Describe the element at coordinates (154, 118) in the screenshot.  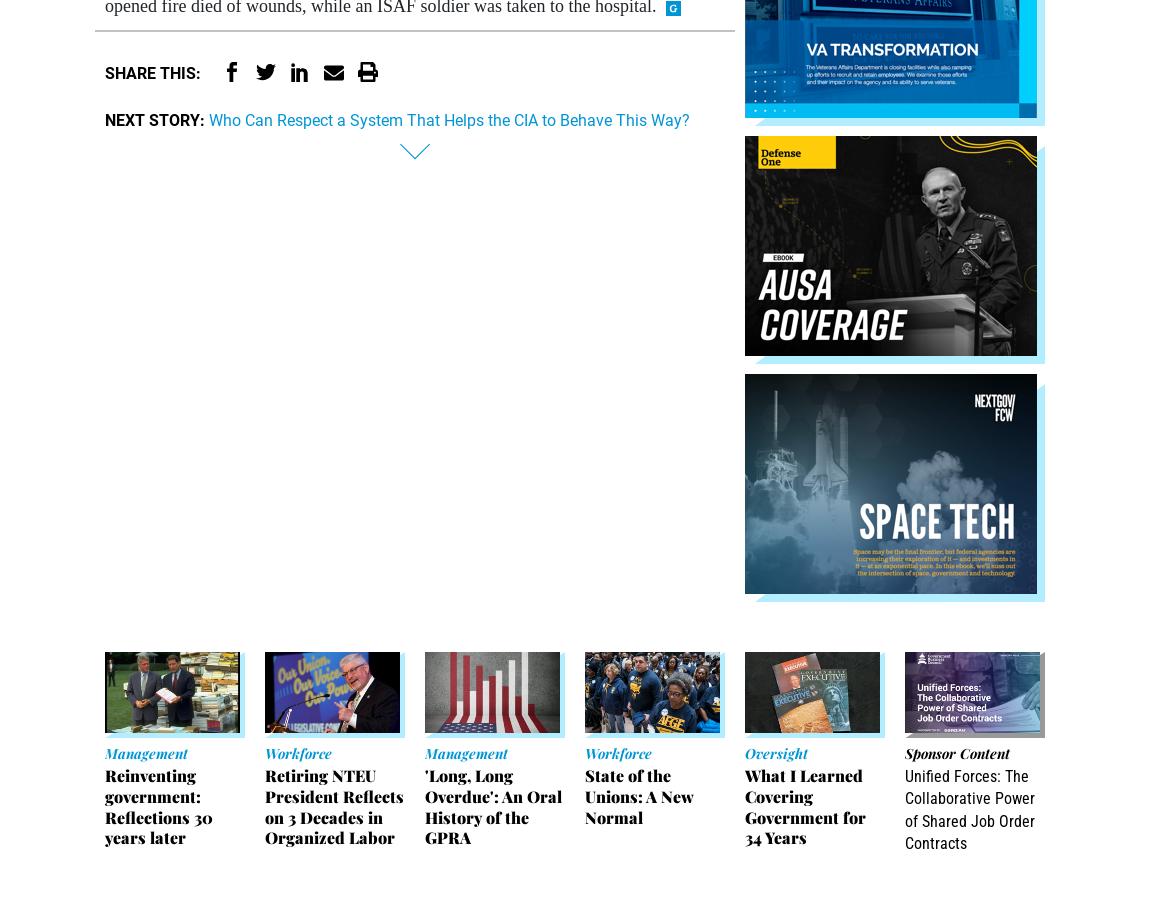
I see `'NEXT STORY:'` at that location.